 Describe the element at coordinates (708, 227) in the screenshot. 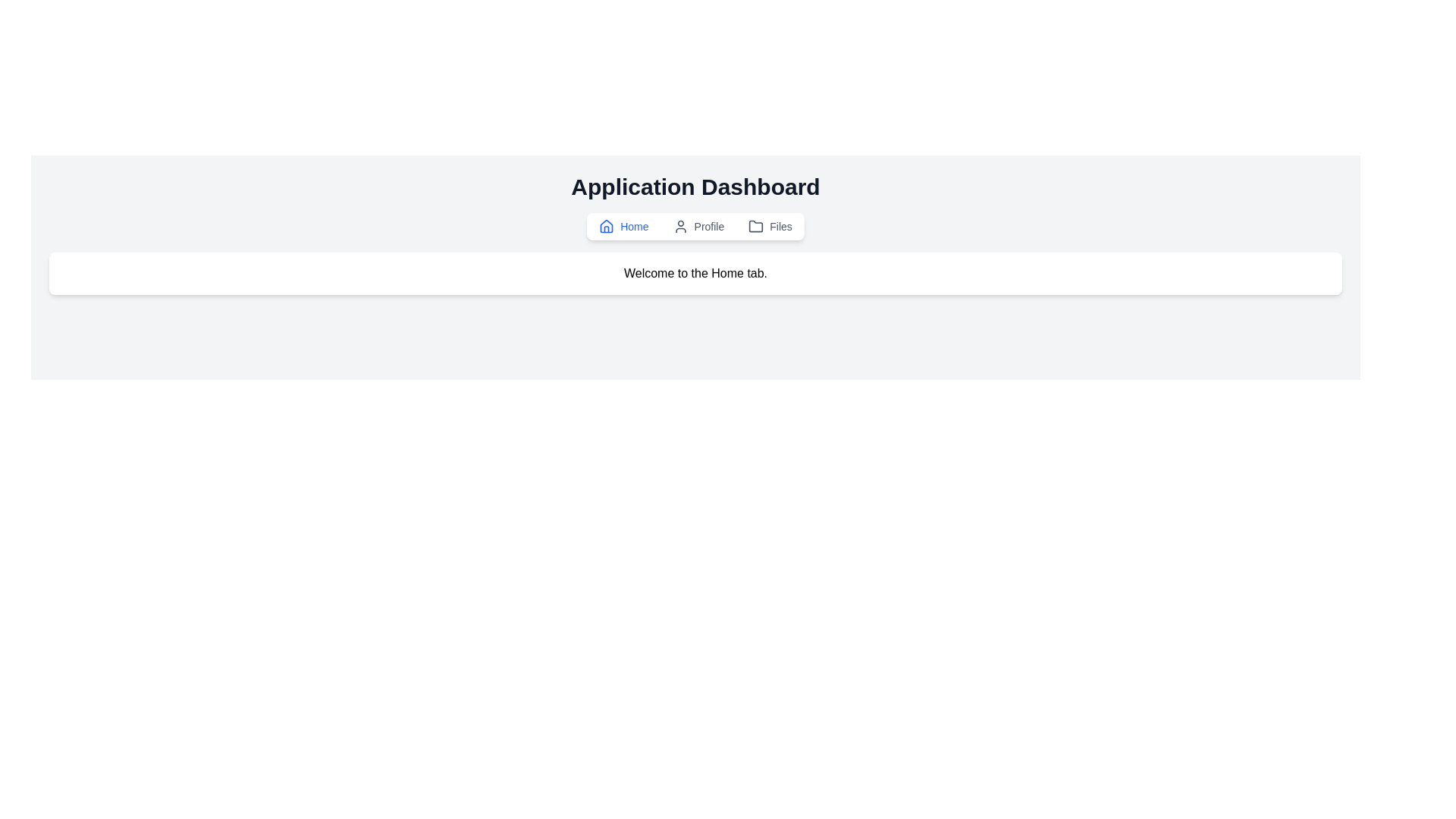

I see `the 'Profile' navigation option in the top navigation bar, which is positioned centrally between 'Home' and 'Files'` at that location.